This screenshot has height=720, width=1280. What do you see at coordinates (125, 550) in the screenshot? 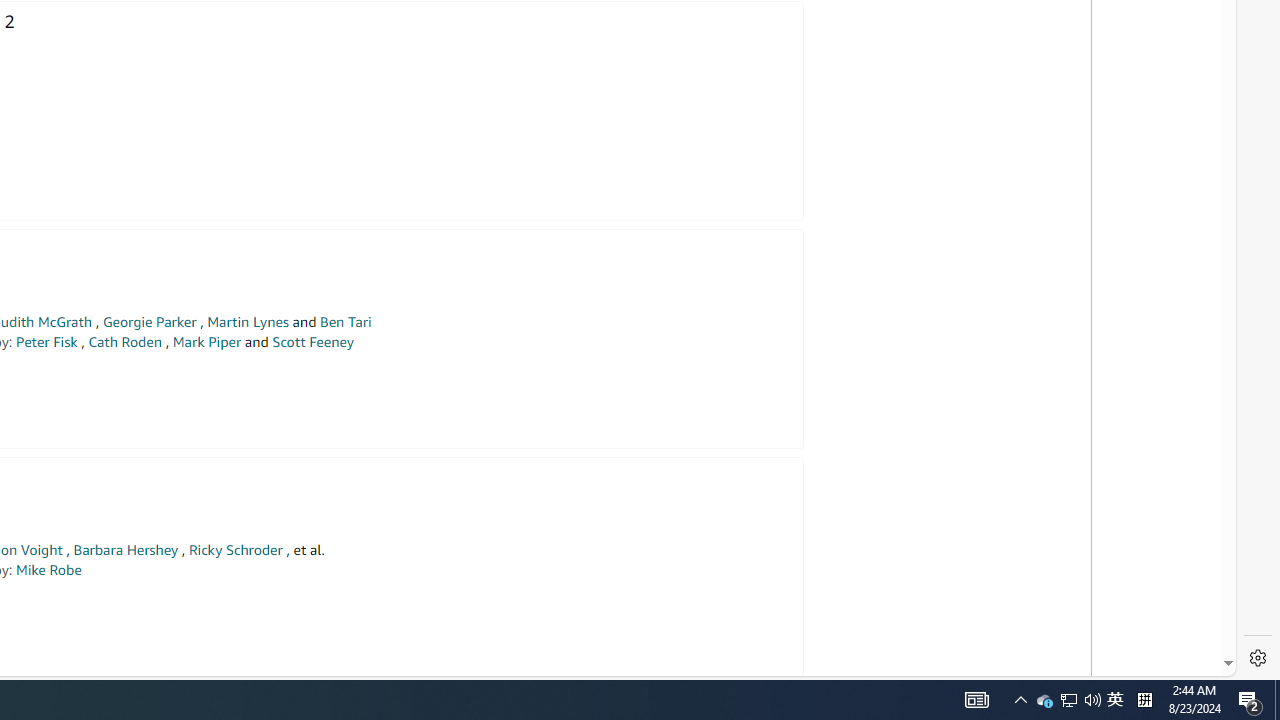
I see `'Barbara Hershey'` at bounding box center [125, 550].